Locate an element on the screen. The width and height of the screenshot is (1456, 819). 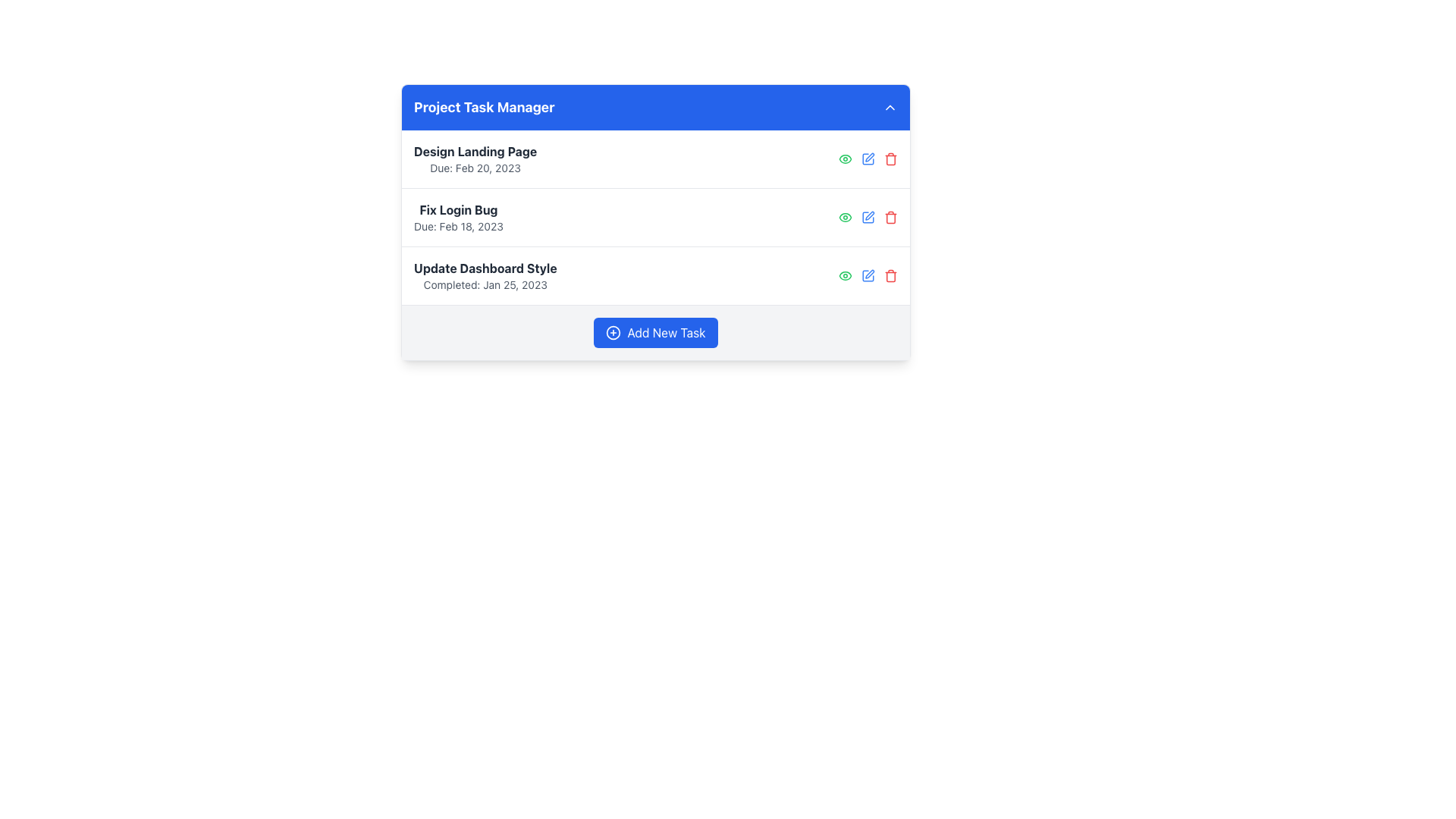
the trash can icon button, which is the third icon in the row associated with the 'Fix Login Bug' task entry is located at coordinates (891, 217).